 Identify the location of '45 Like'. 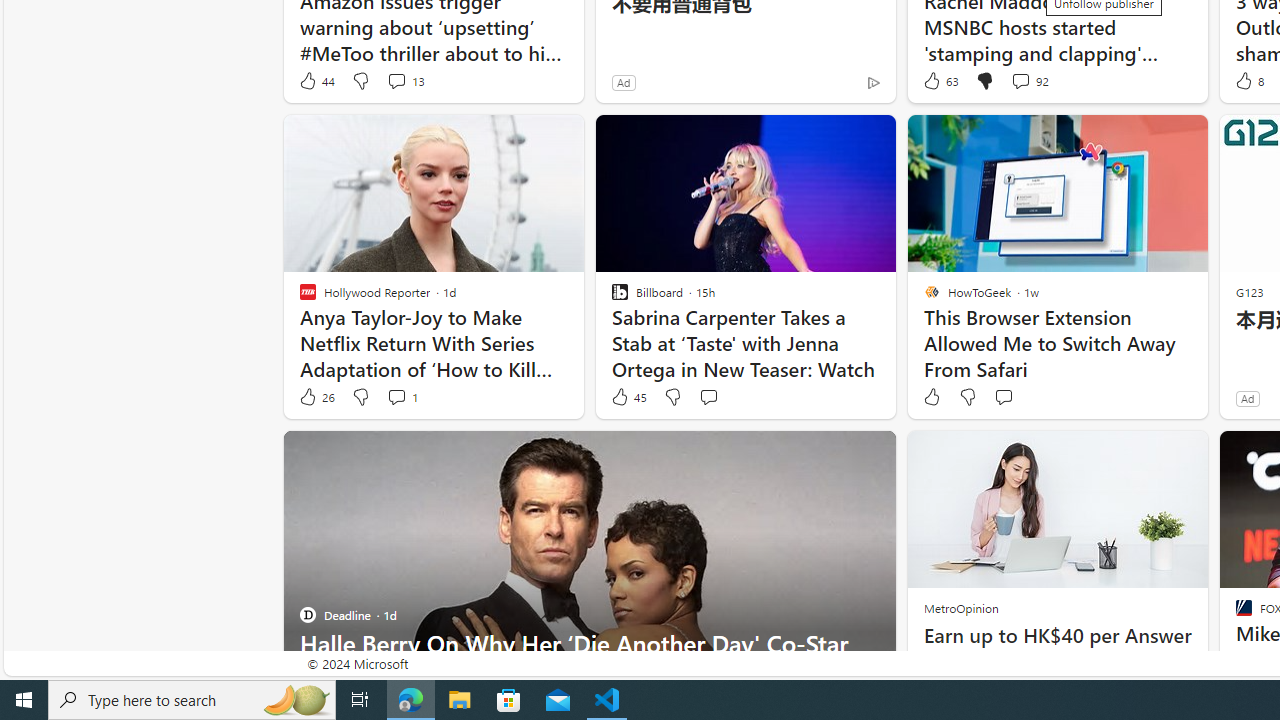
(627, 397).